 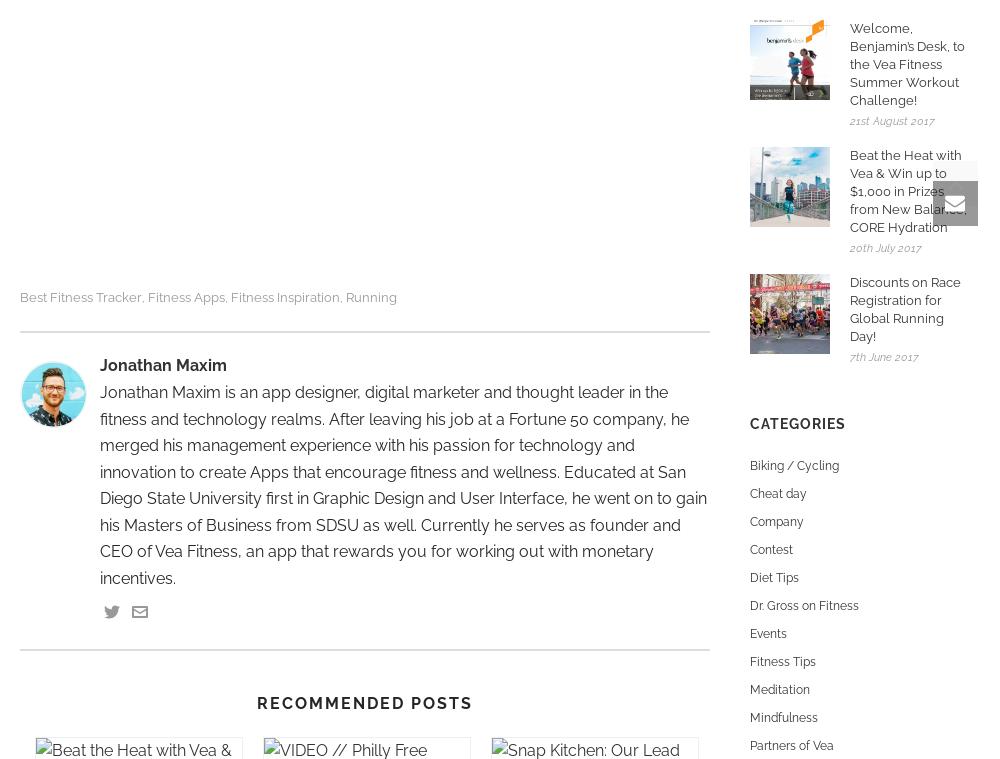 I want to click on 'Categories', so click(x=798, y=422).